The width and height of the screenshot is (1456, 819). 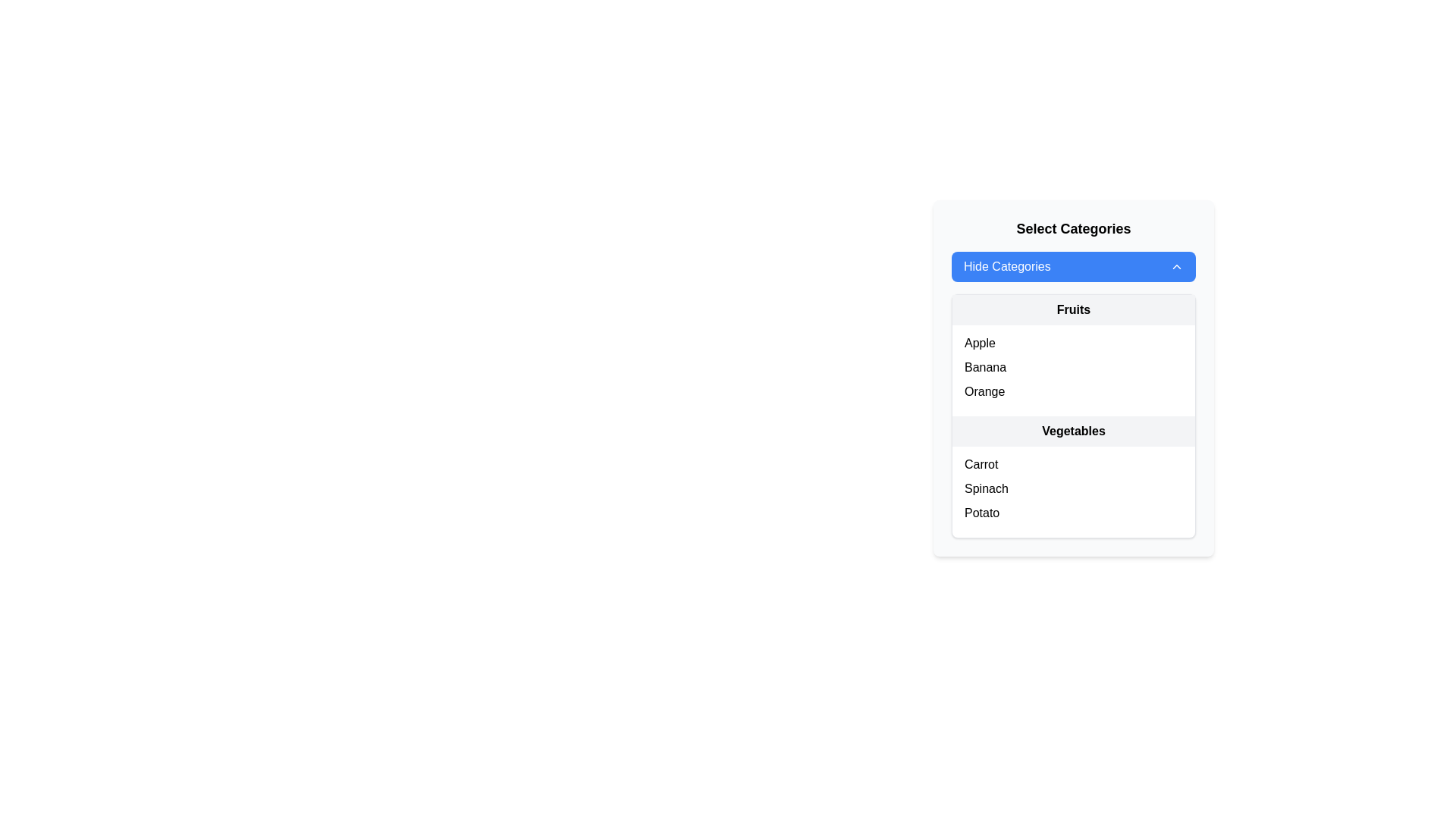 What do you see at coordinates (1073, 488) in the screenshot?
I see `the 'Spinach' list item in the 'Vegetables' section of the dropdown, which is the second item after 'Carrot' and before 'Potato'` at bounding box center [1073, 488].